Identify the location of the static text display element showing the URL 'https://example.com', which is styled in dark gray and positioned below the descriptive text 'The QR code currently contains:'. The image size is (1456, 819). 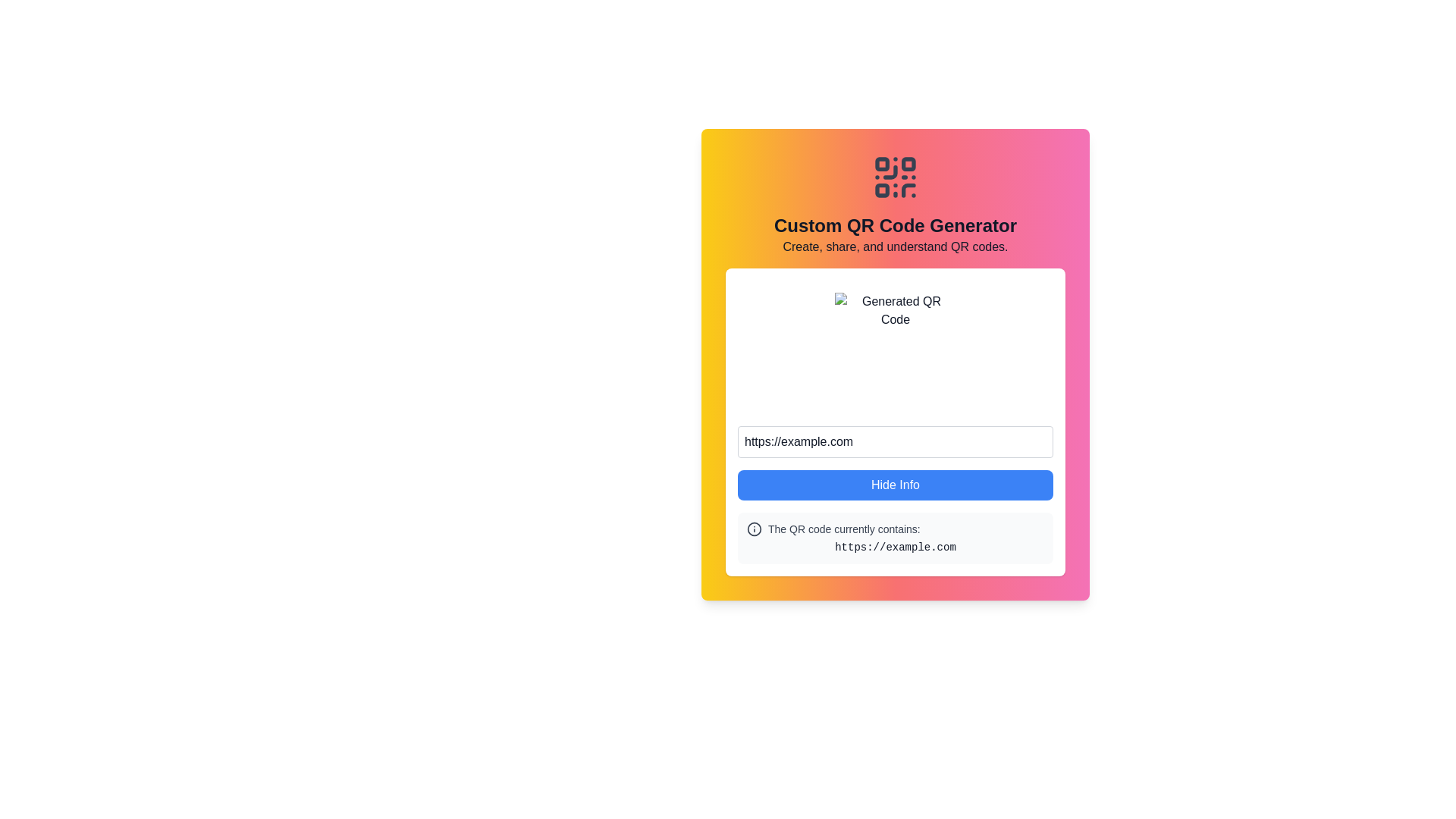
(895, 547).